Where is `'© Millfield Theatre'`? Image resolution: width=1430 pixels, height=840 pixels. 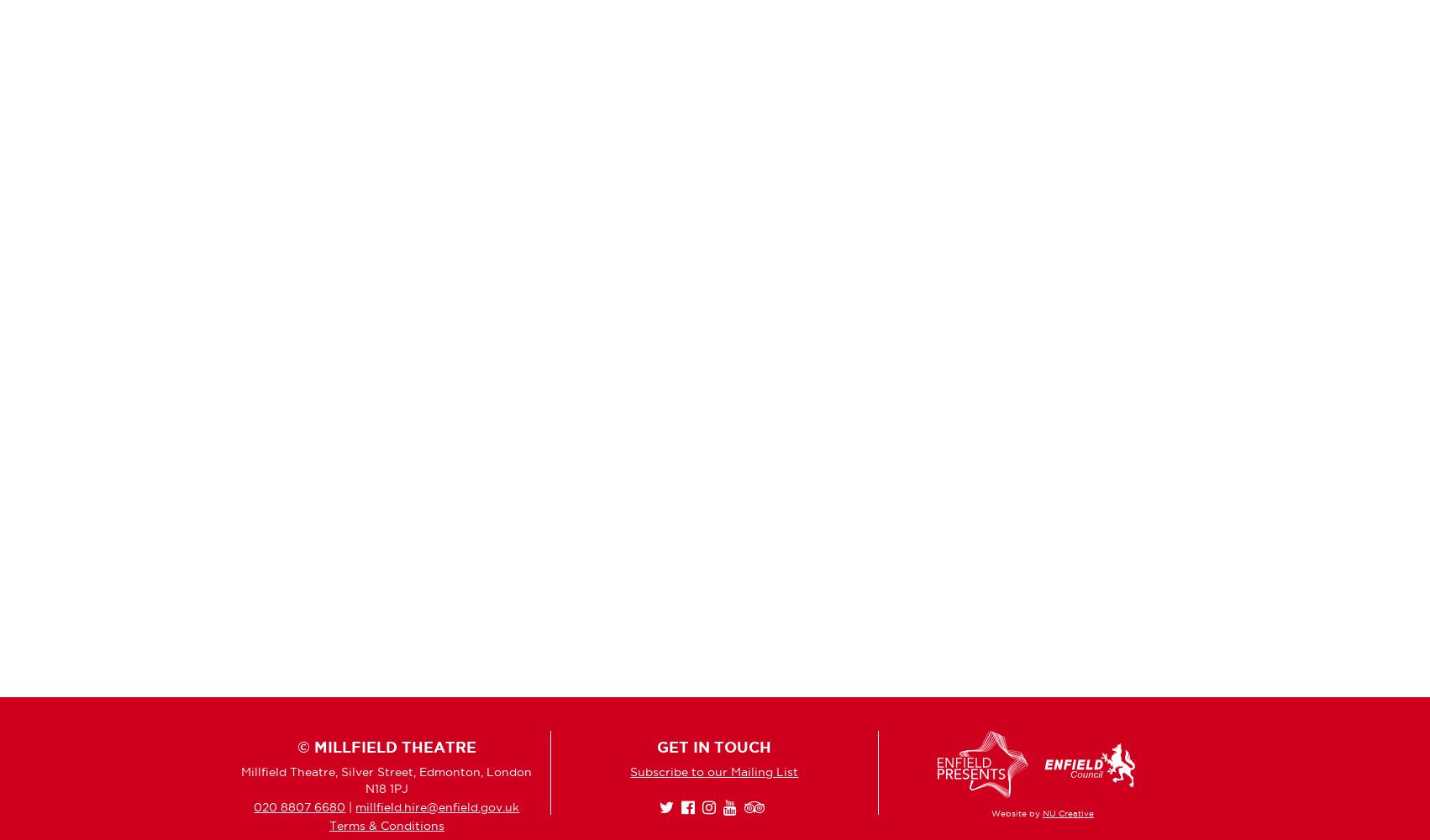
'© Millfield Theatre' is located at coordinates (385, 747).